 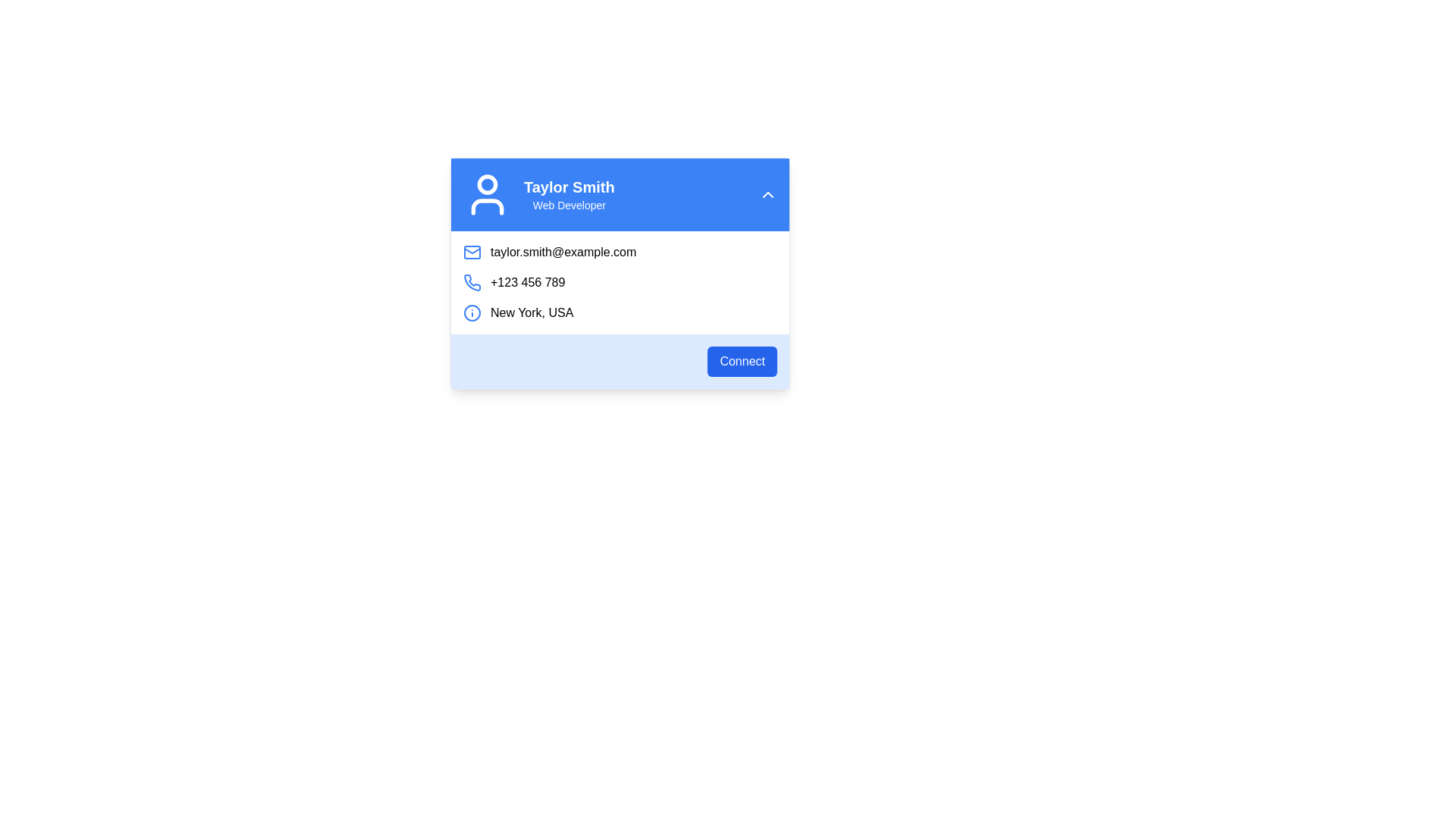 I want to click on the blue phone icon located to the left of the phone number text '+123 456 789', so click(x=472, y=283).